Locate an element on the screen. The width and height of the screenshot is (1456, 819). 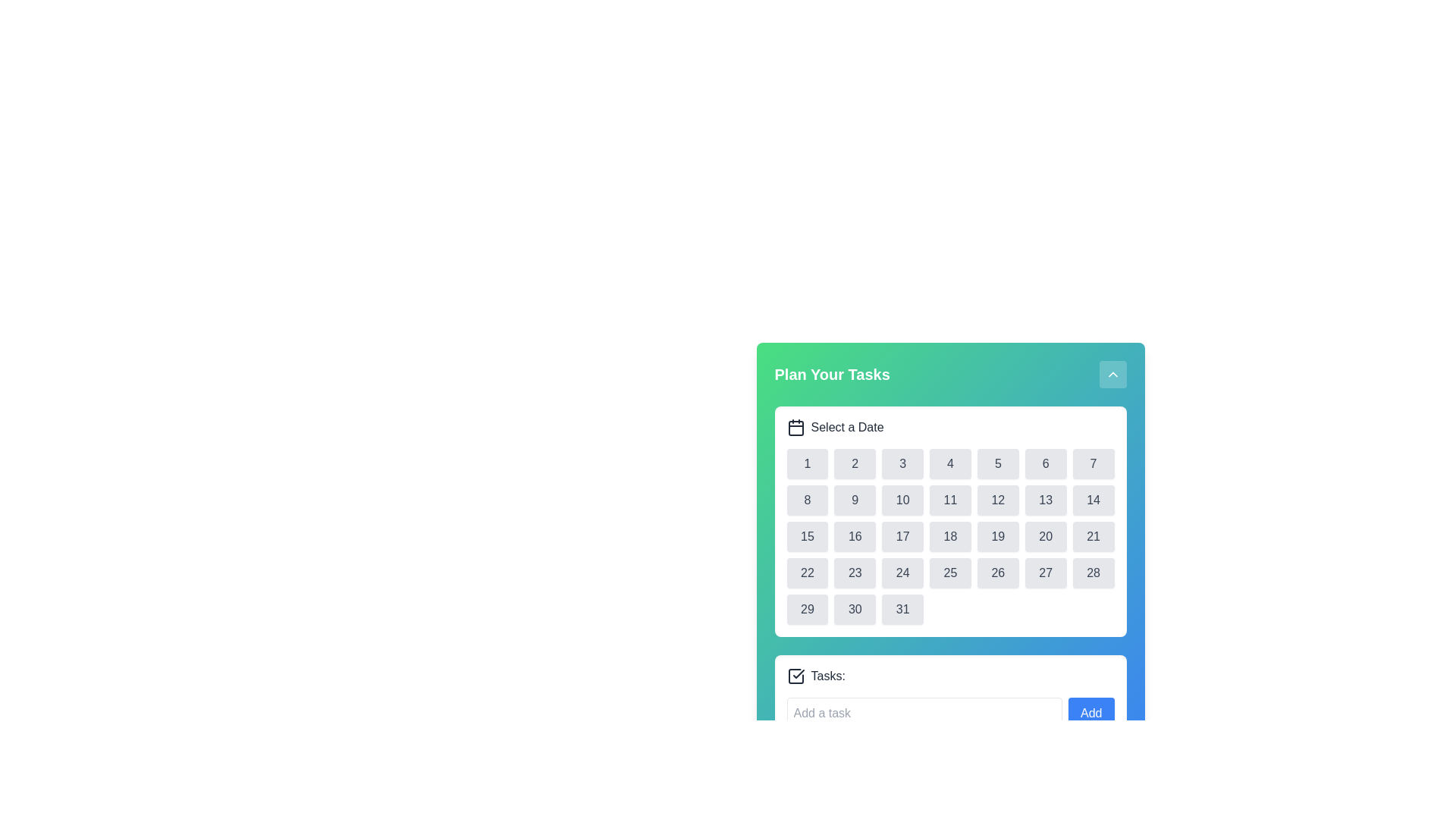
the date button representing '21' in the calendar interface is located at coordinates (1094, 536).